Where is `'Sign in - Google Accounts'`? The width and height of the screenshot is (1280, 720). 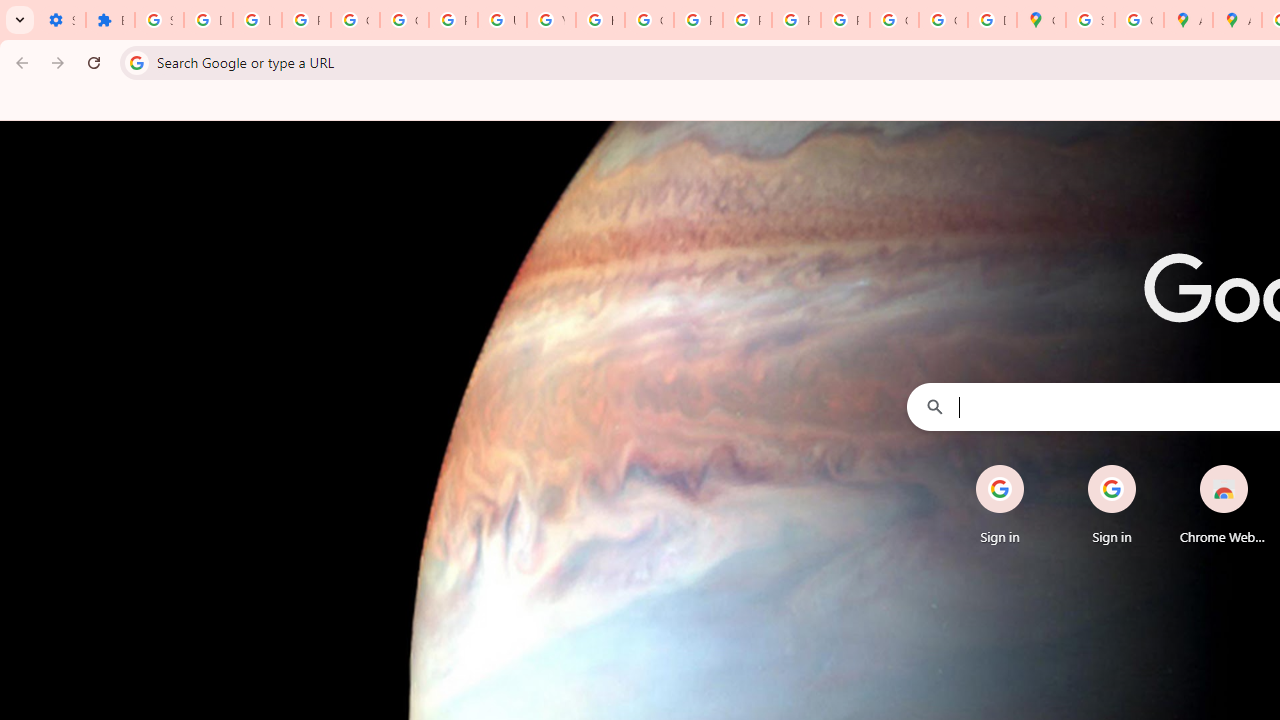
'Sign in - Google Accounts' is located at coordinates (1089, 20).